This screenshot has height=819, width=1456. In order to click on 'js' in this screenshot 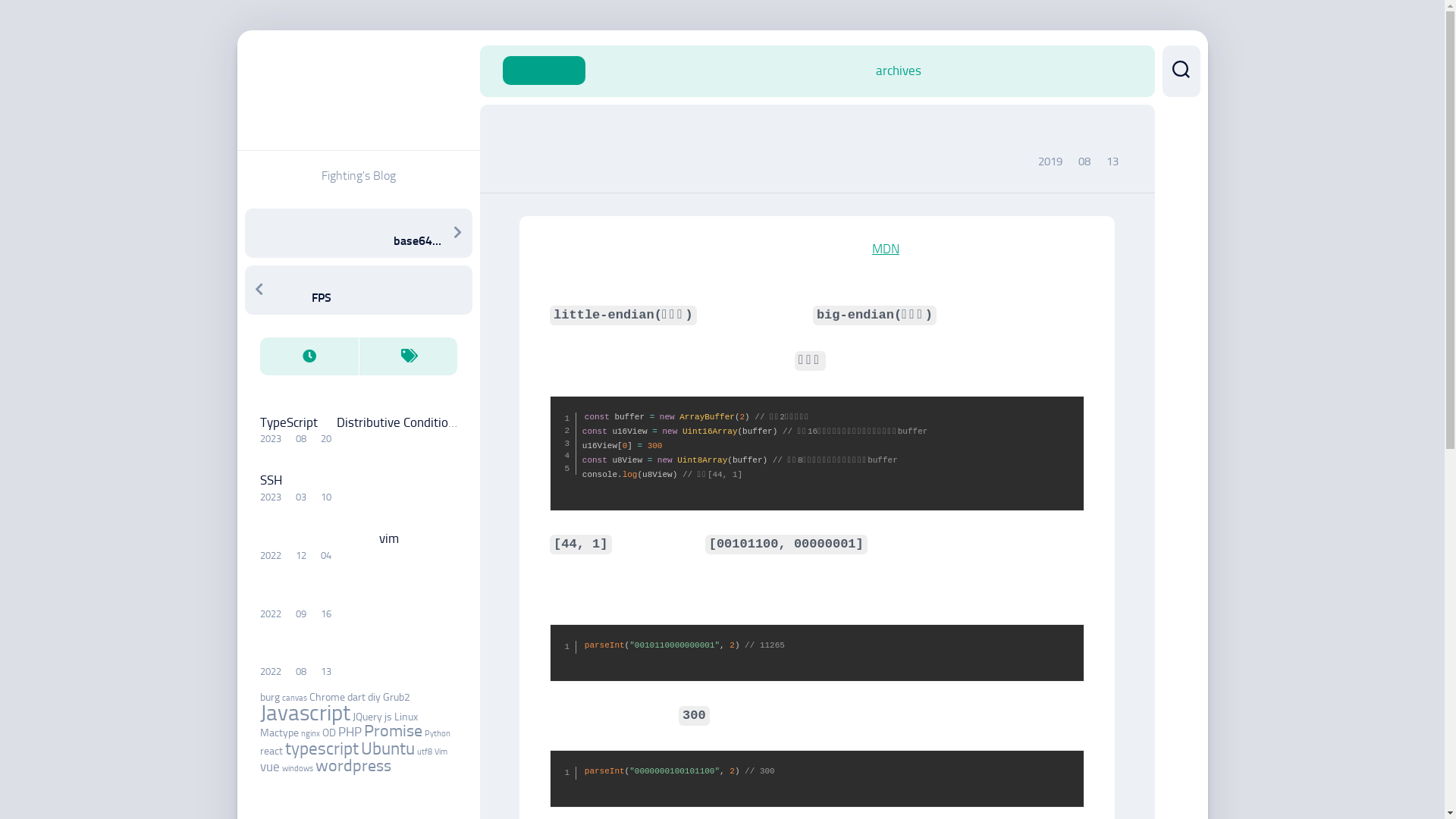, I will do `click(387, 717)`.